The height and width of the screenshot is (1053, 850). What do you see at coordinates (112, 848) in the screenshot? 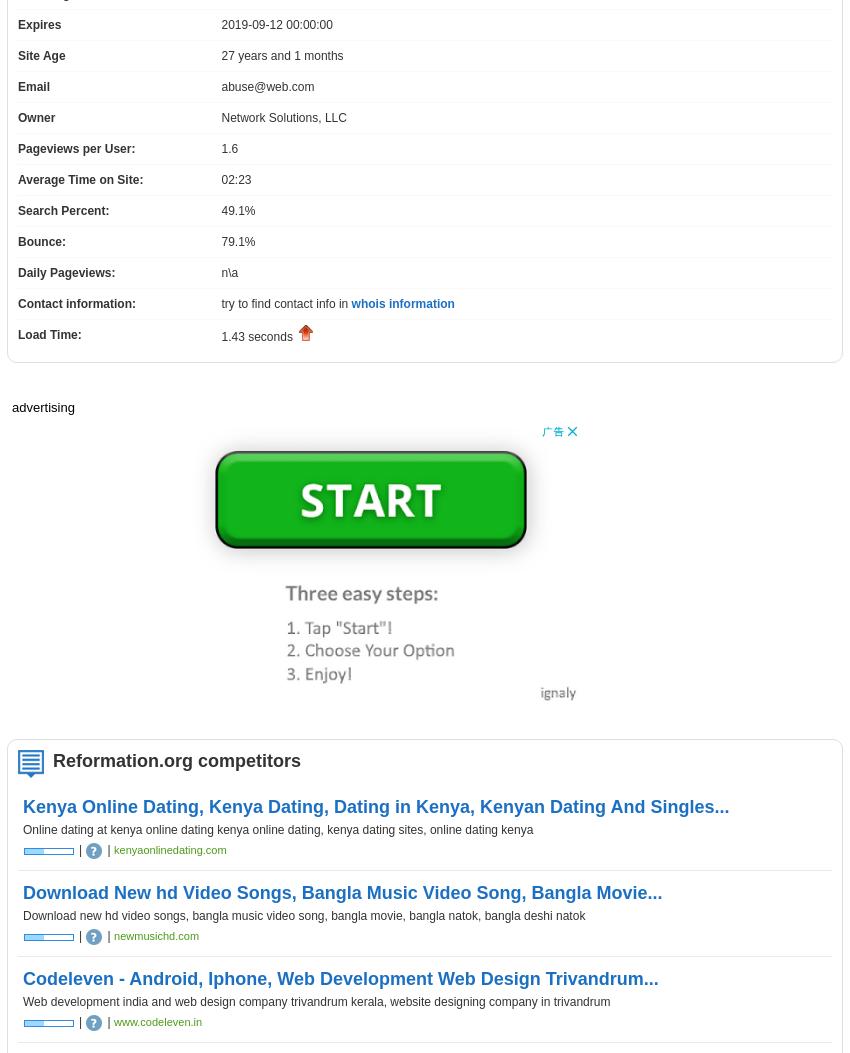
I see `'kenyaonlinedating.com'` at bounding box center [112, 848].